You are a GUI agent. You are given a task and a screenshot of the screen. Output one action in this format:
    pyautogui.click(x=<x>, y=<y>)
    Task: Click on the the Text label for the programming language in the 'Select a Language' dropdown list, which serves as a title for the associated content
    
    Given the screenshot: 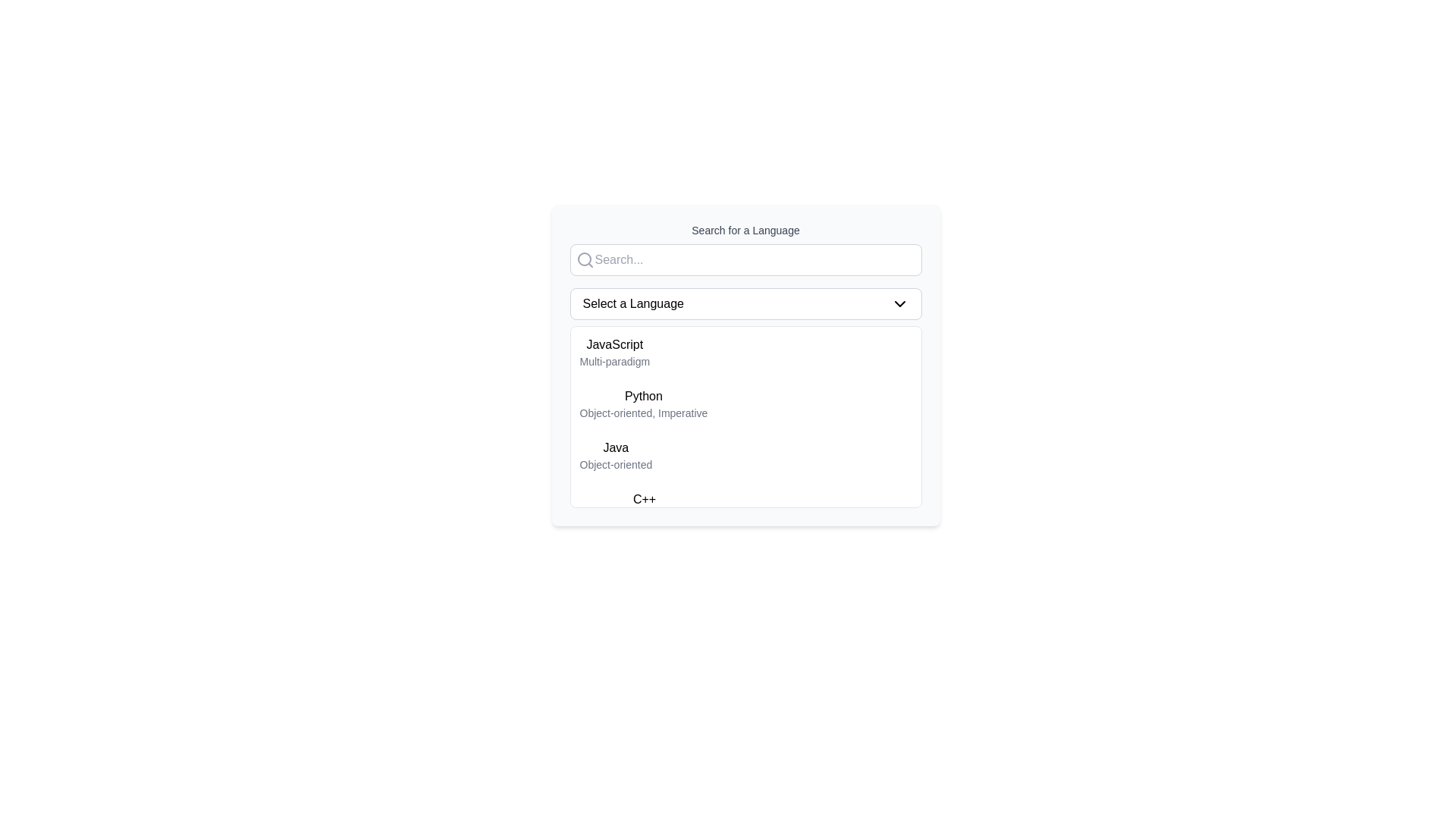 What is the action you would take?
    pyautogui.click(x=616, y=447)
    